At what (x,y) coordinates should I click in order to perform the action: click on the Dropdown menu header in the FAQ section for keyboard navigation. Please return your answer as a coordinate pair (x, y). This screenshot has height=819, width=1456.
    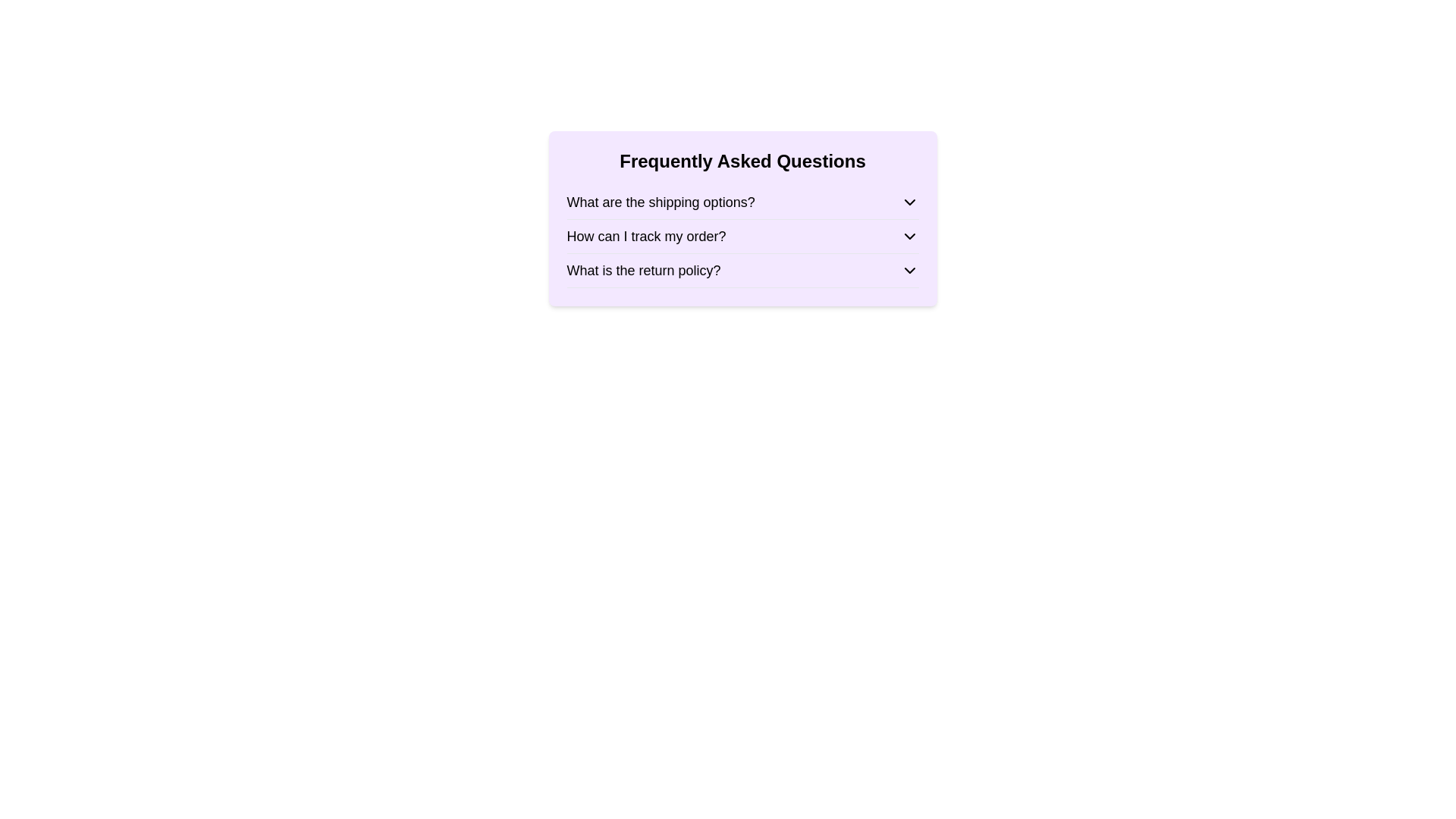
    Looking at the image, I should click on (742, 270).